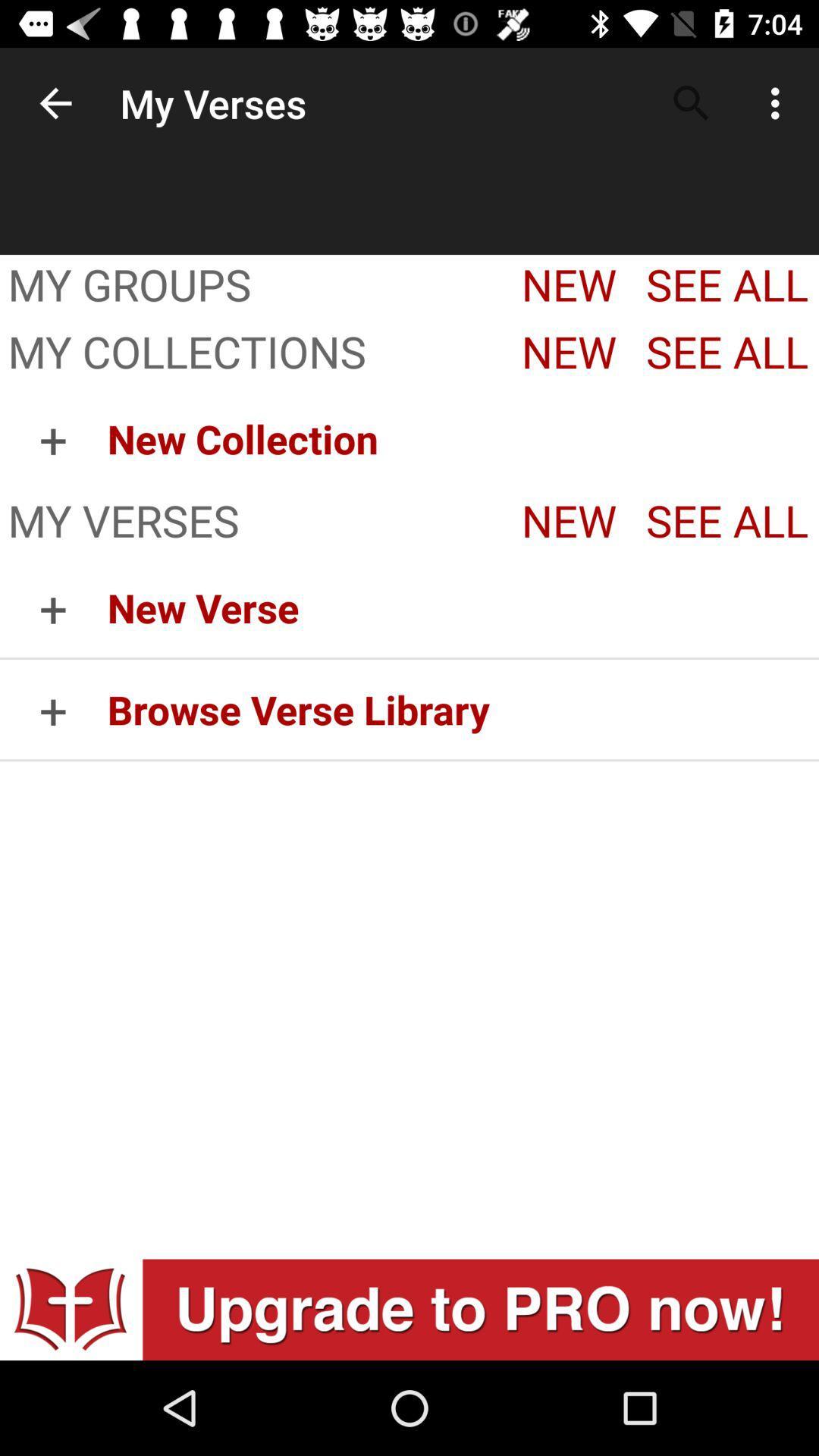 The height and width of the screenshot is (1456, 819). I want to click on the browse verse library icon, so click(462, 708).